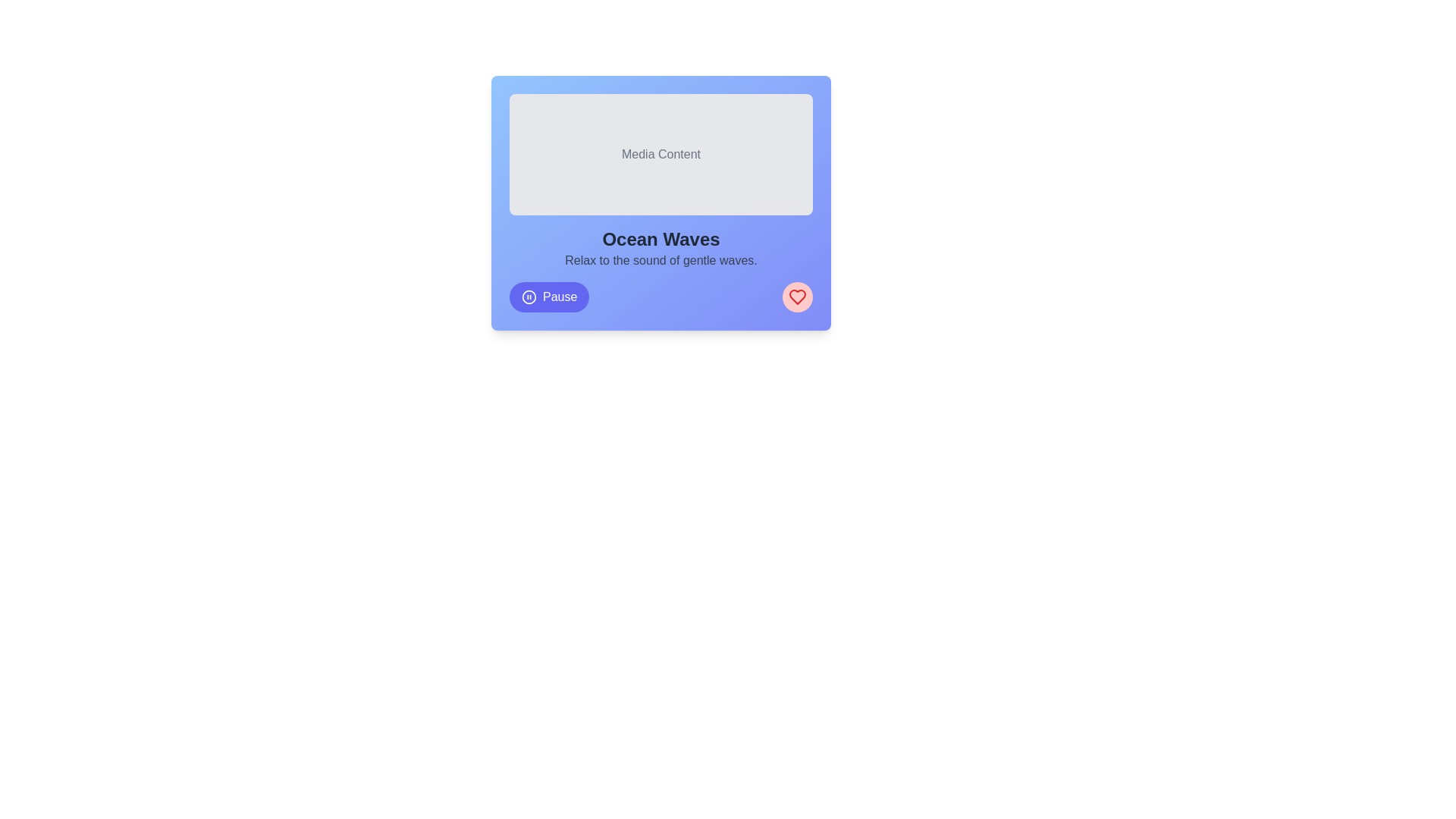 This screenshot has width=1456, height=819. Describe the element at coordinates (661, 239) in the screenshot. I see `the Text label that serves as the title or main heading of the content section, located above the text 'Relax to the sound of gentle waves.'` at that location.